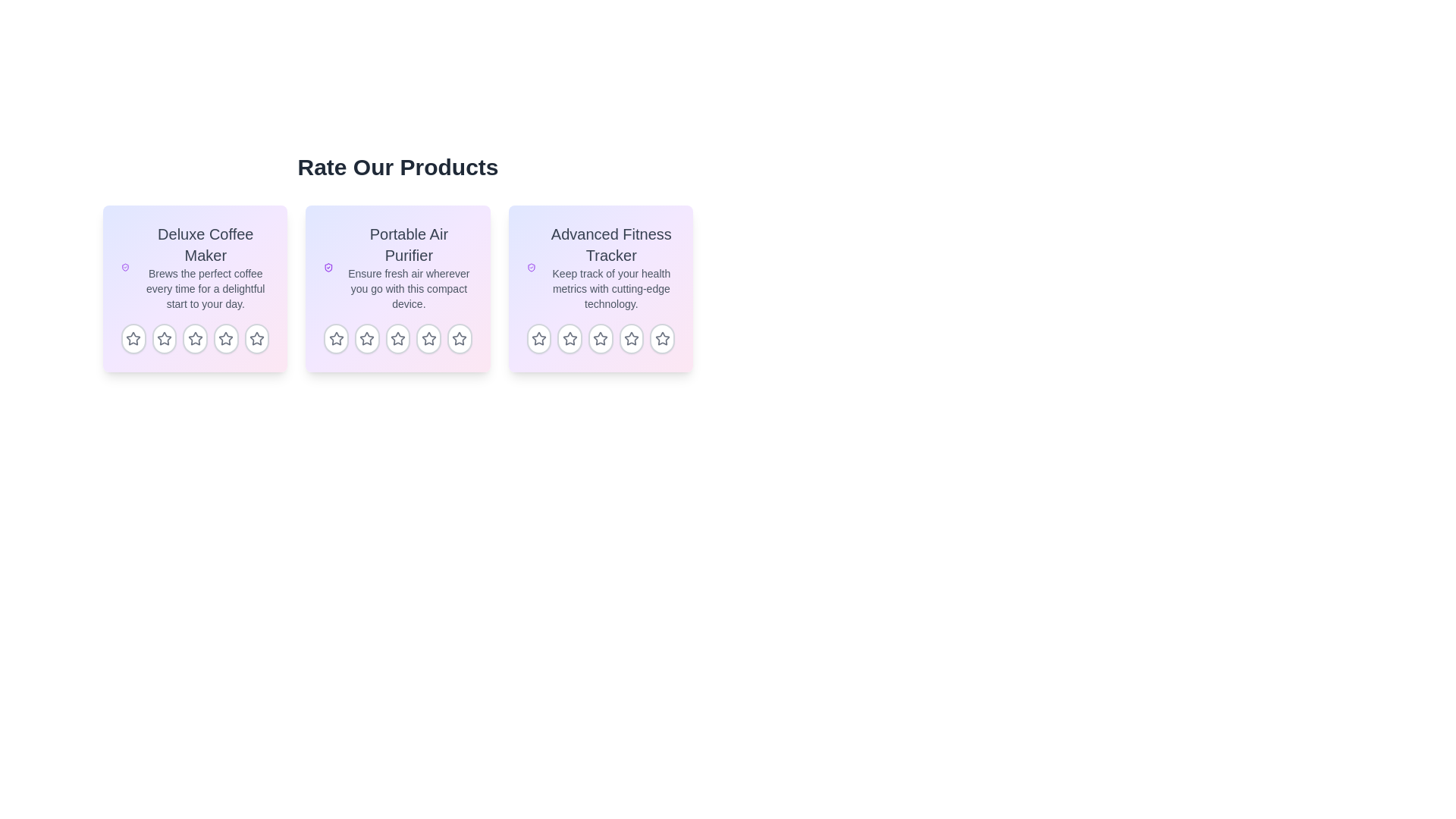  I want to click on the Text label (Heading) that serves as the title of the product, positioned at the top of the third product card in a row of three, so click(611, 244).